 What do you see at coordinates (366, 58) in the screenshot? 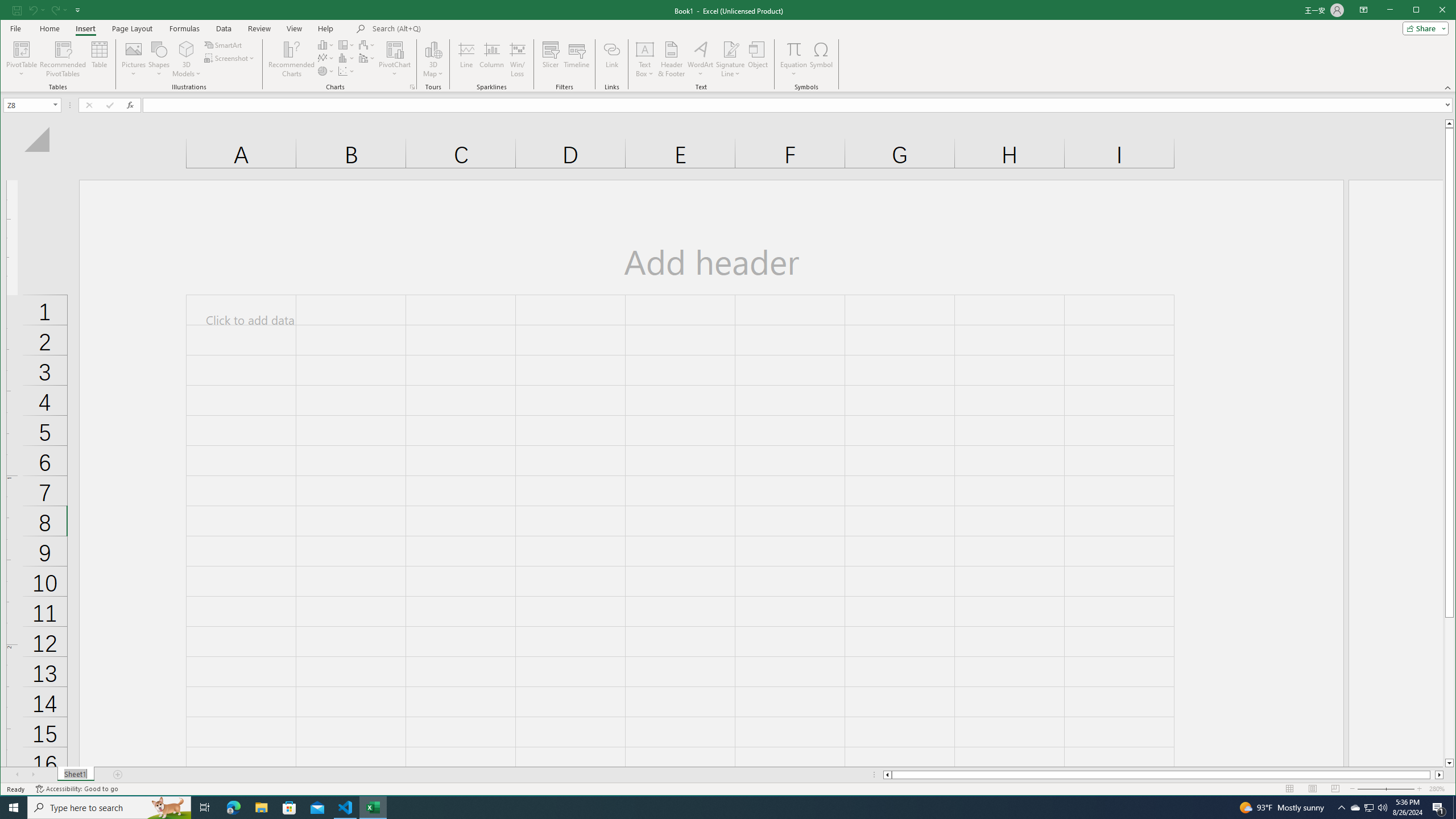
I see `'Insert Combo Chart'` at bounding box center [366, 58].